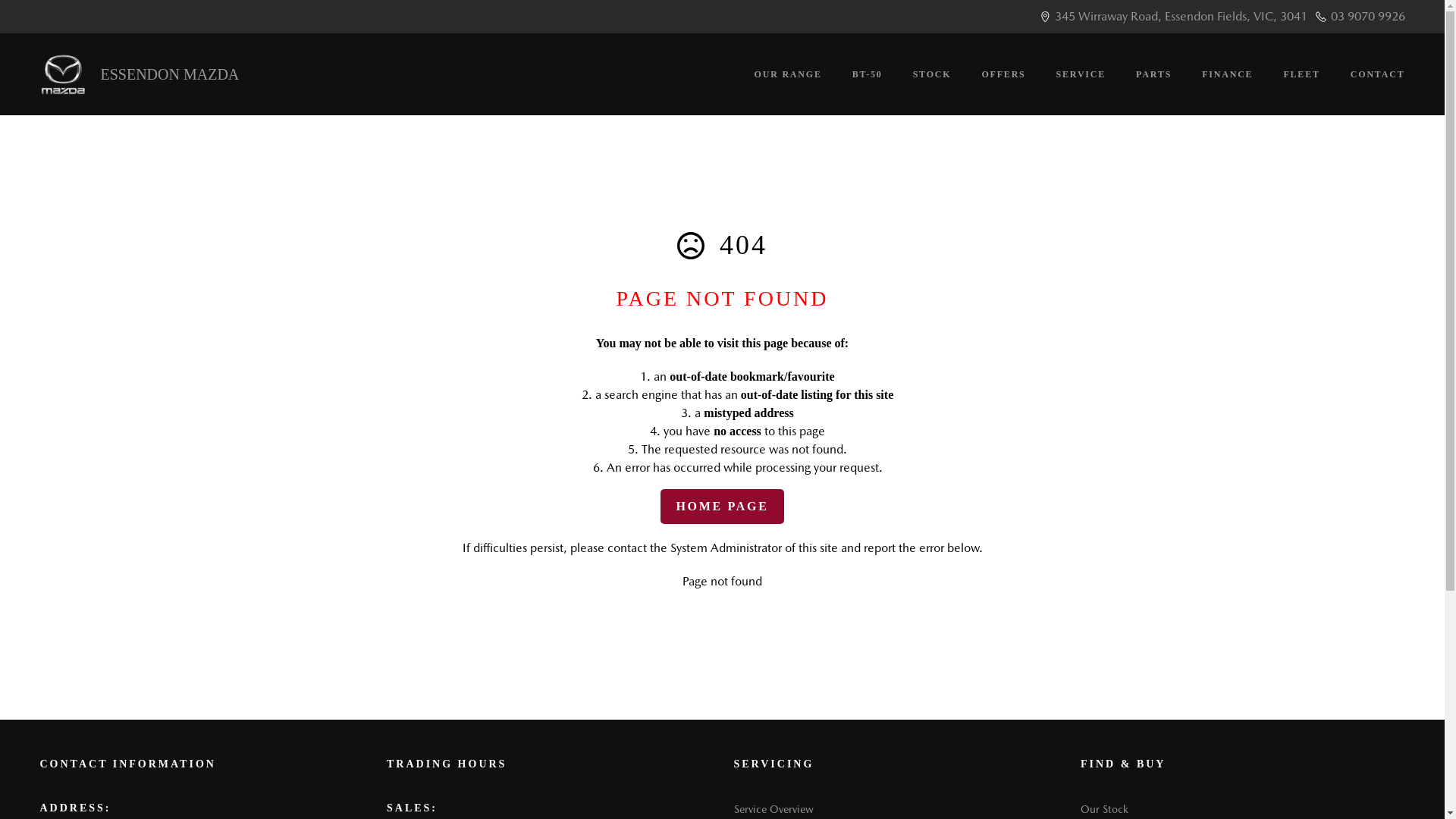 This screenshot has height=819, width=1456. I want to click on 'HOME PAGE', so click(720, 506).